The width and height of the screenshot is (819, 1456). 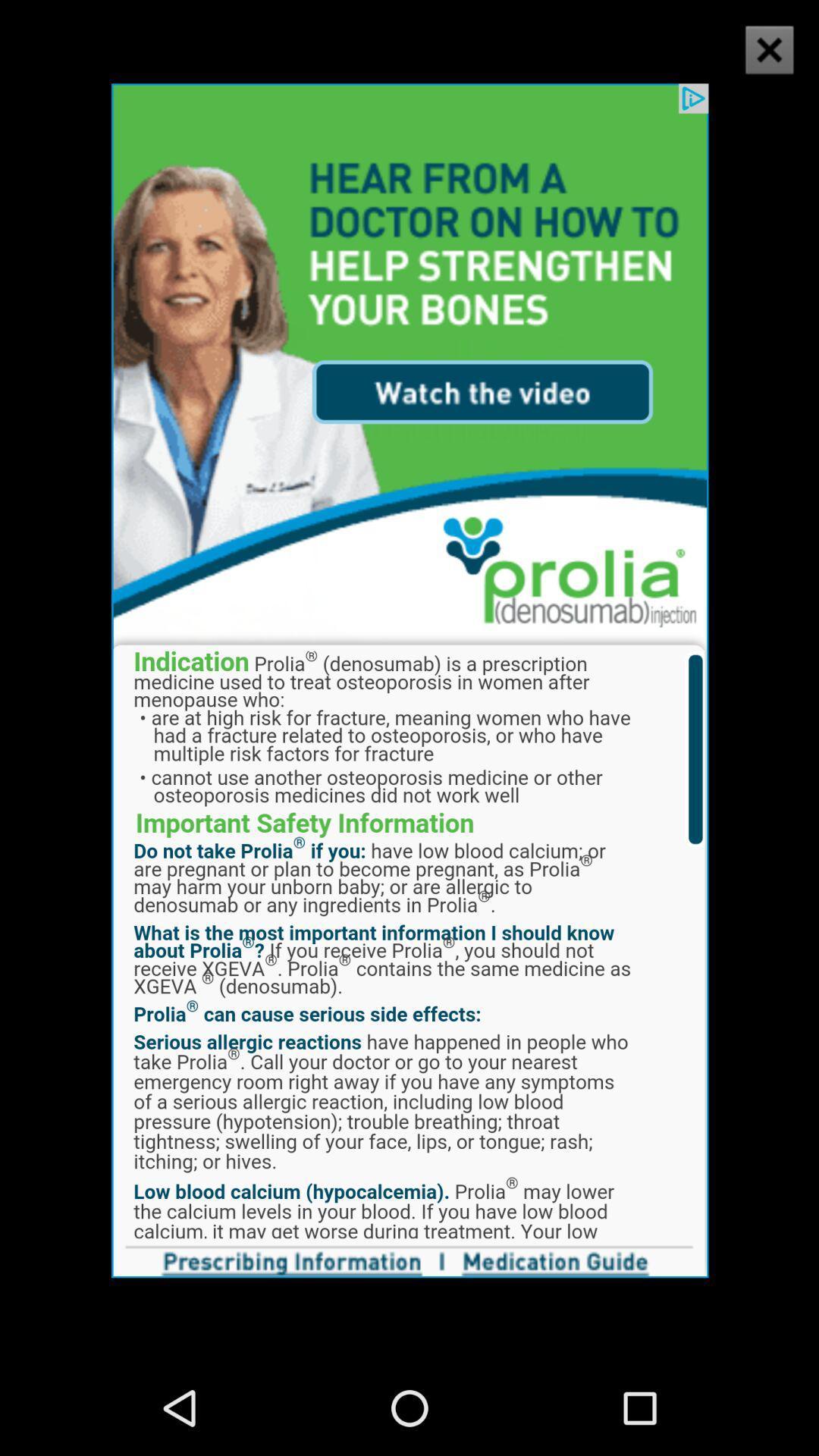 I want to click on the close icon, so click(x=759, y=63).